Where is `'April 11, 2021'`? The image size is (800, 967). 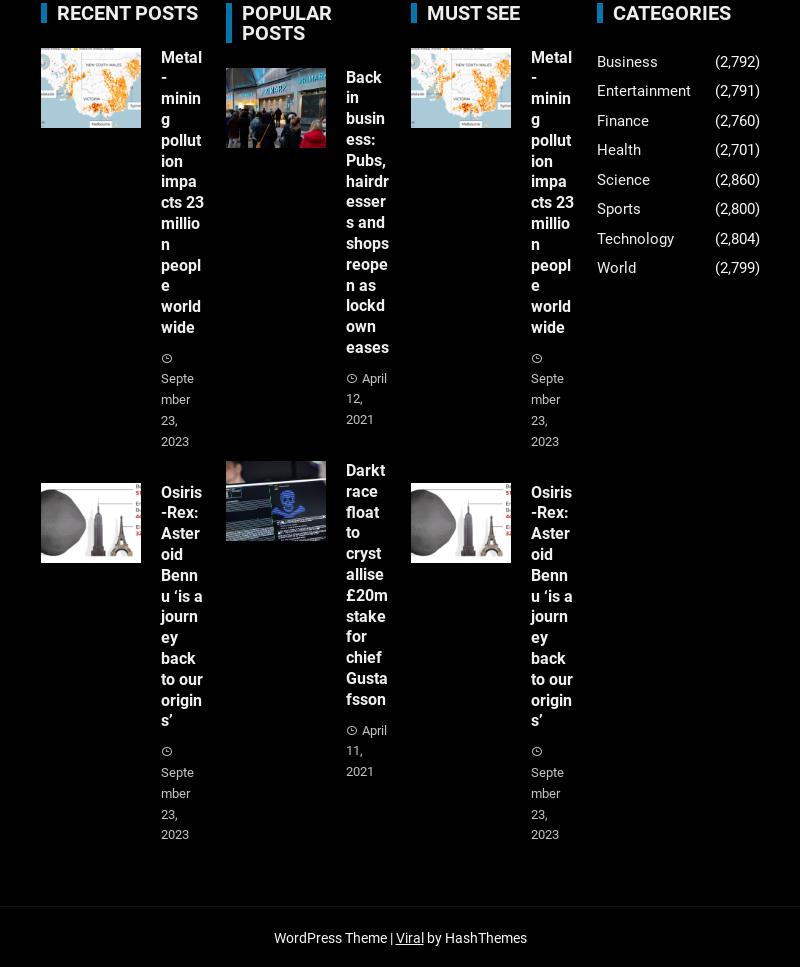 'April 11, 2021' is located at coordinates (366, 750).